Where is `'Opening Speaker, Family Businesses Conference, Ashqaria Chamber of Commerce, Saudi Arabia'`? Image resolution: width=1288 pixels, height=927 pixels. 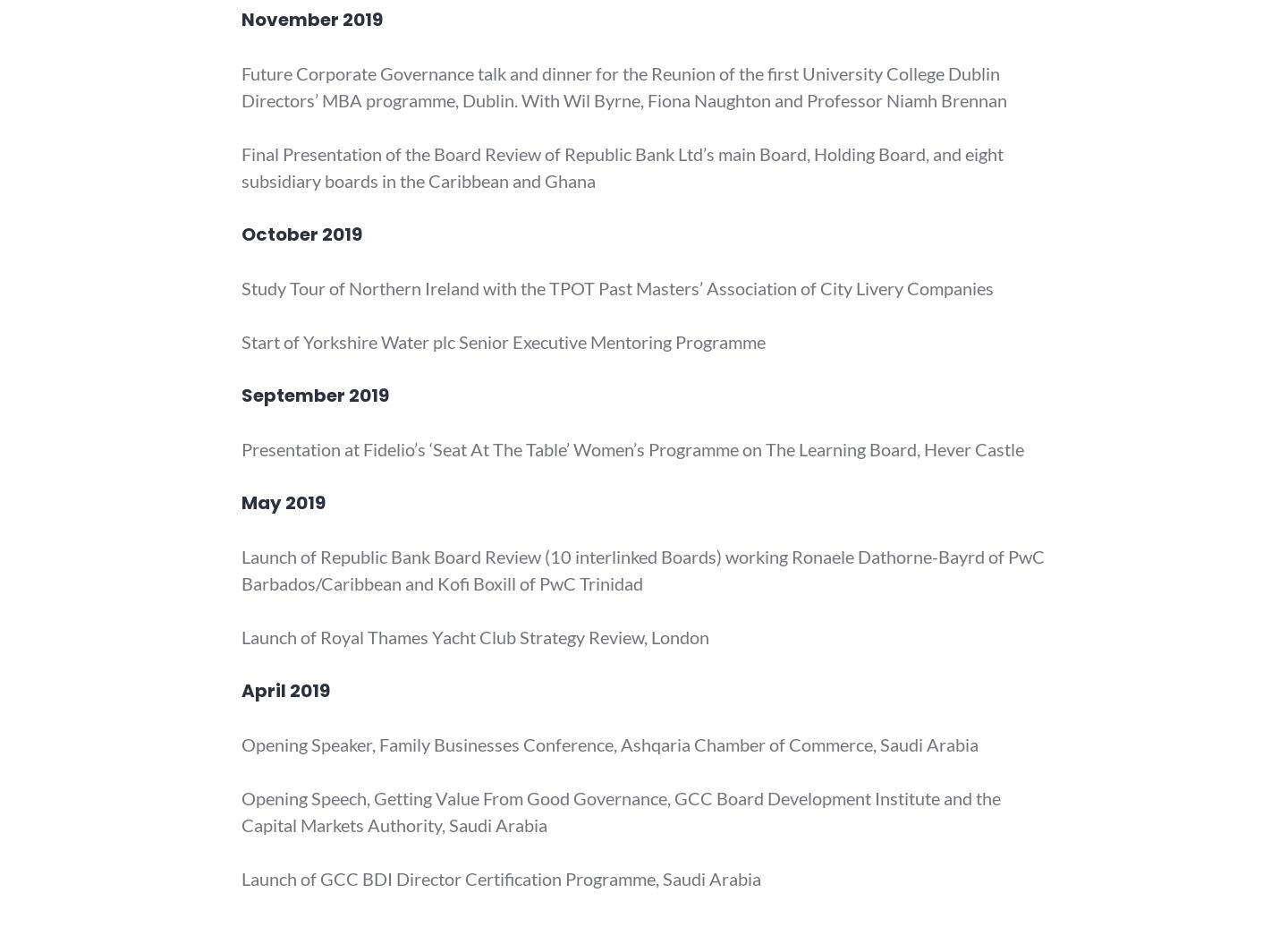 'Opening Speaker, Family Businesses Conference, Ashqaria Chamber of Commerce, Saudi Arabia' is located at coordinates (609, 744).